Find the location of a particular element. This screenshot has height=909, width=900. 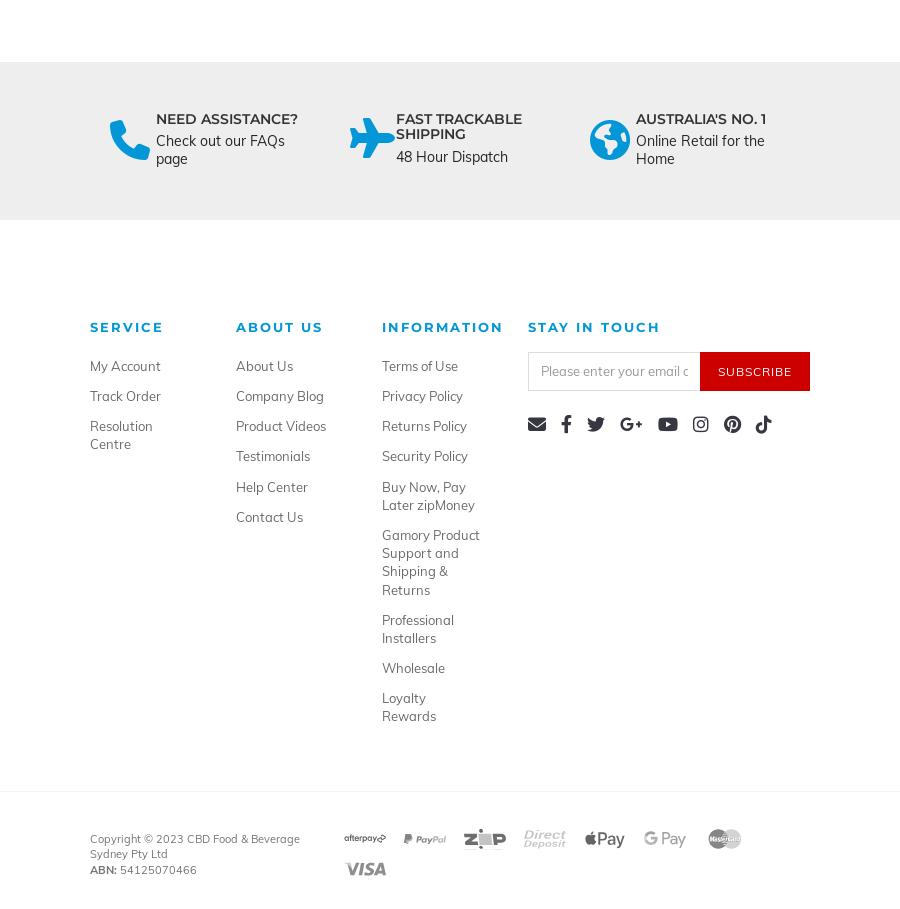

'NEED ASSISTANCE?' is located at coordinates (225, 117).